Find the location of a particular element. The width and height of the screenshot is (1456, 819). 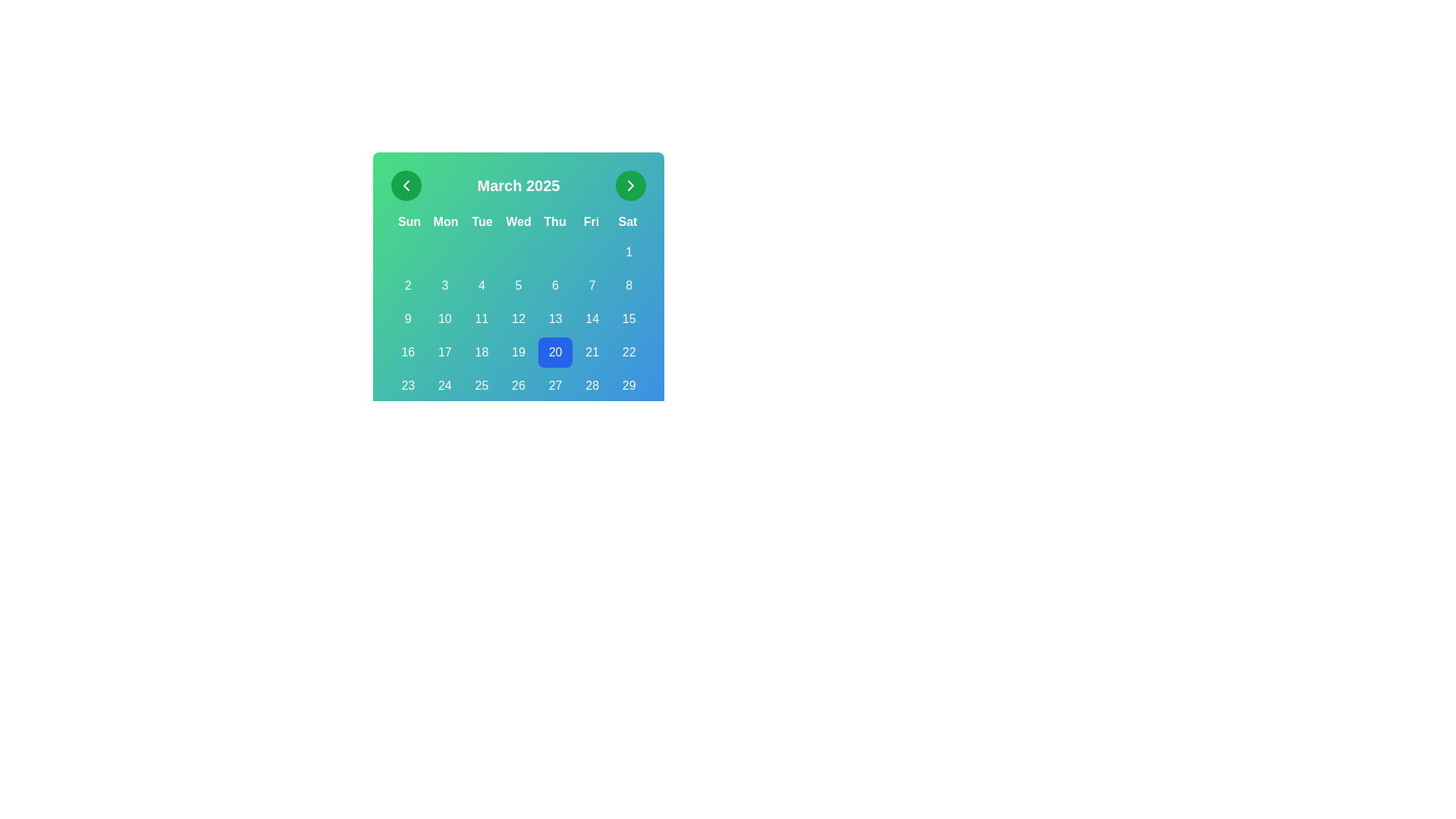

the left-facing chevron arrow icon within the circular green button located in the top-left corner of the calendar interface is located at coordinates (406, 185).